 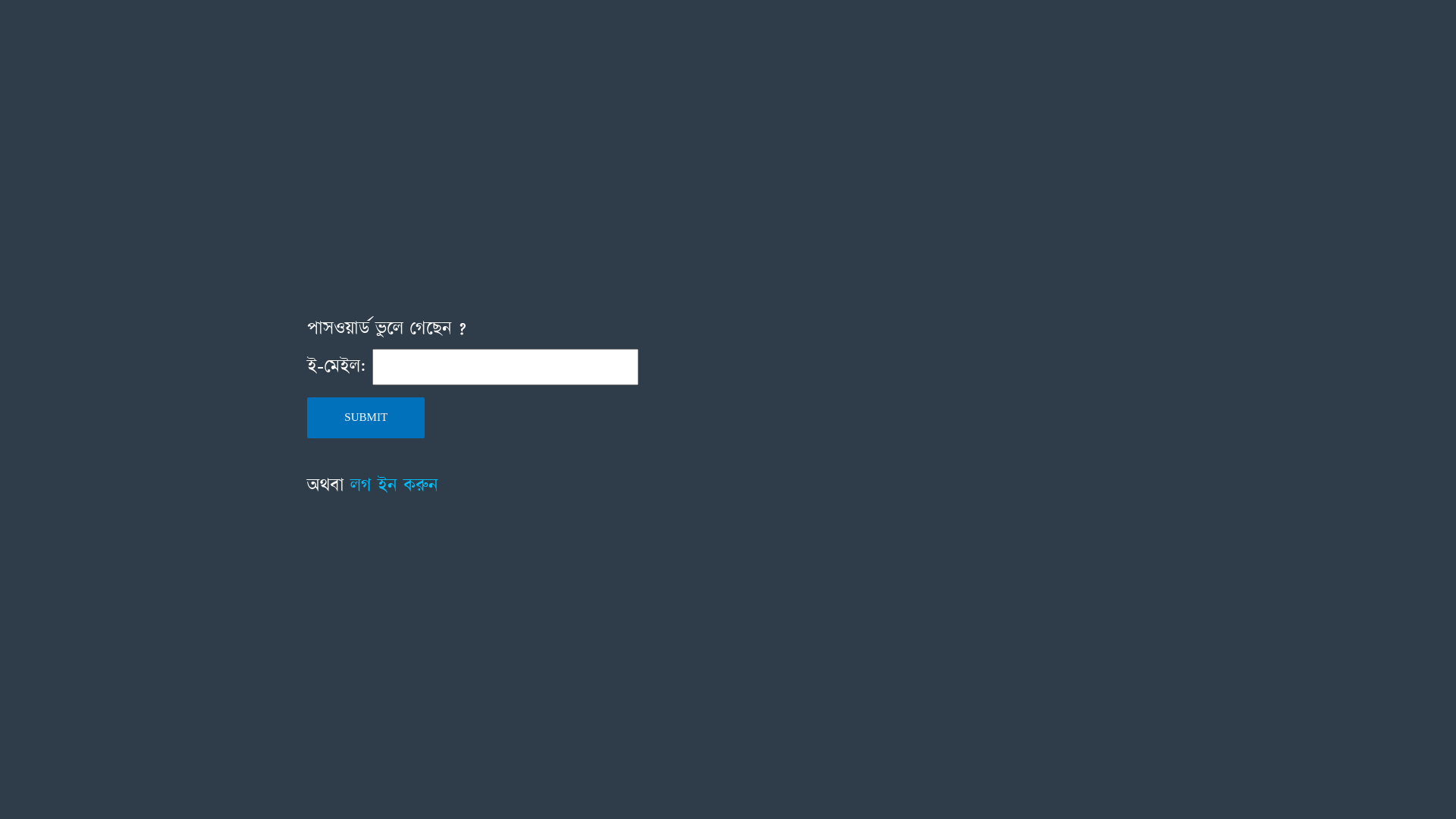 I want to click on 'SUBMIT', so click(x=366, y=418).